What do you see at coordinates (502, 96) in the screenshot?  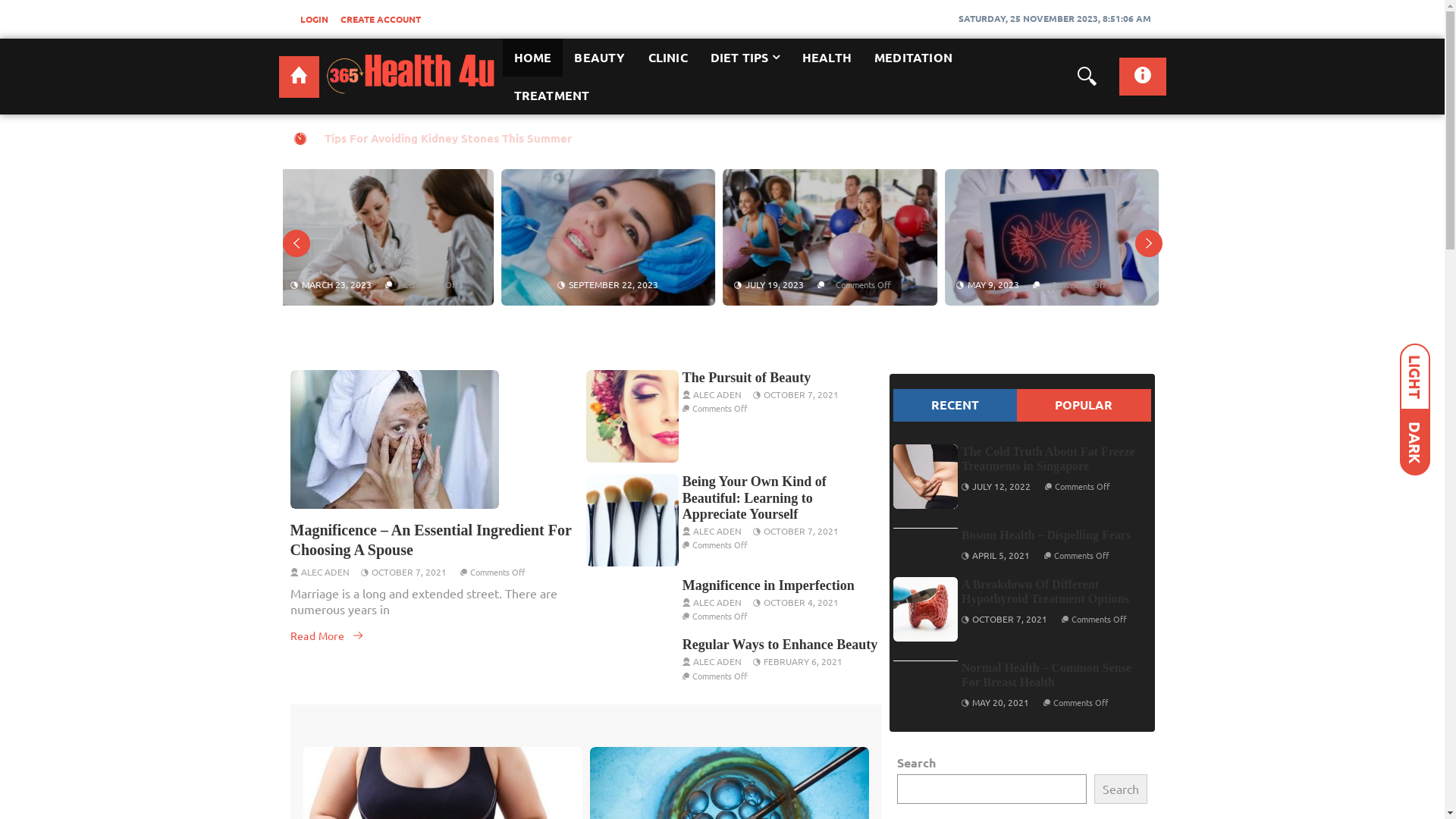 I see `'TREATMENT'` at bounding box center [502, 96].